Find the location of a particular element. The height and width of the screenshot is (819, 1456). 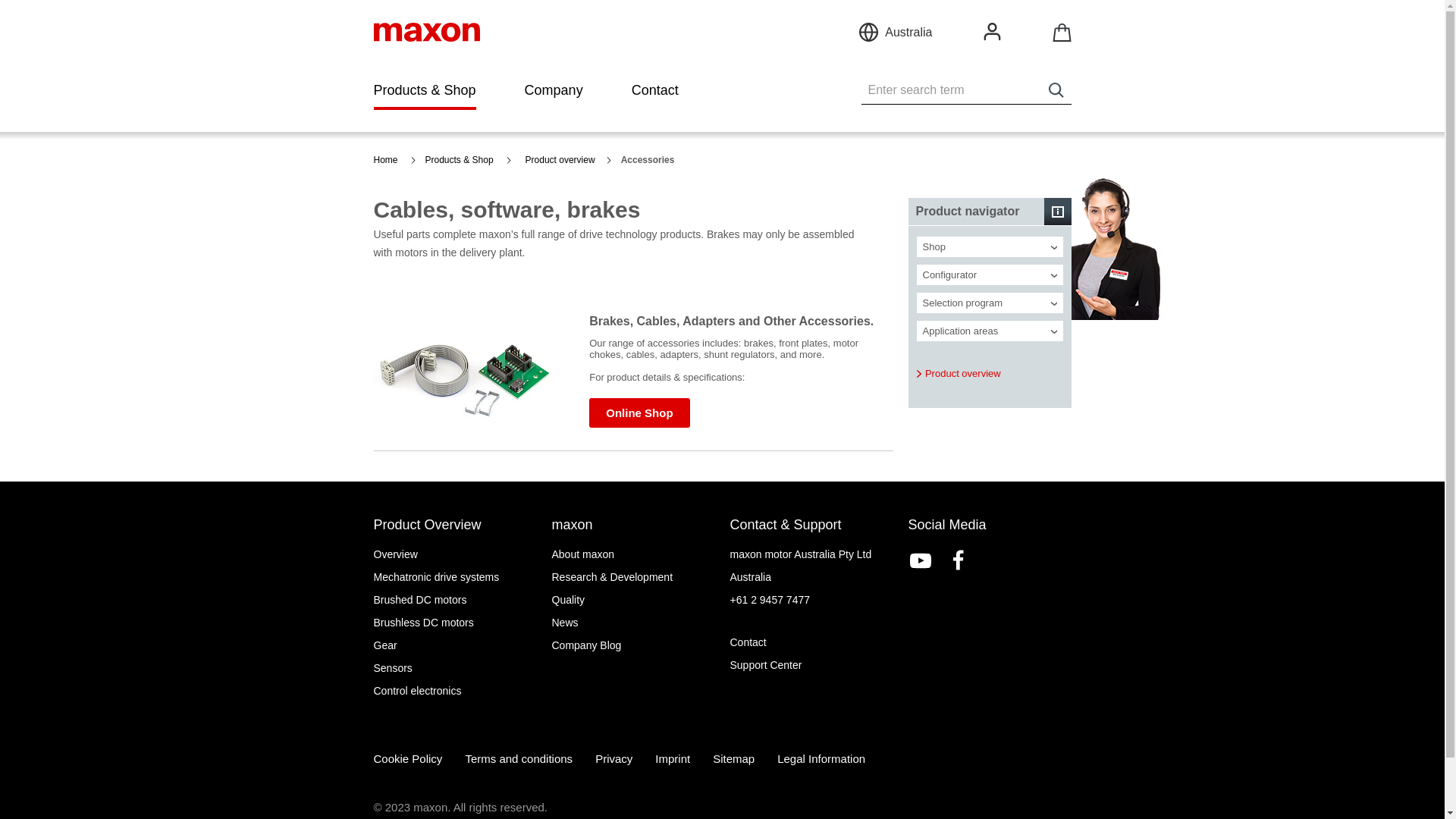

'About maxon' is located at coordinates (633, 554).